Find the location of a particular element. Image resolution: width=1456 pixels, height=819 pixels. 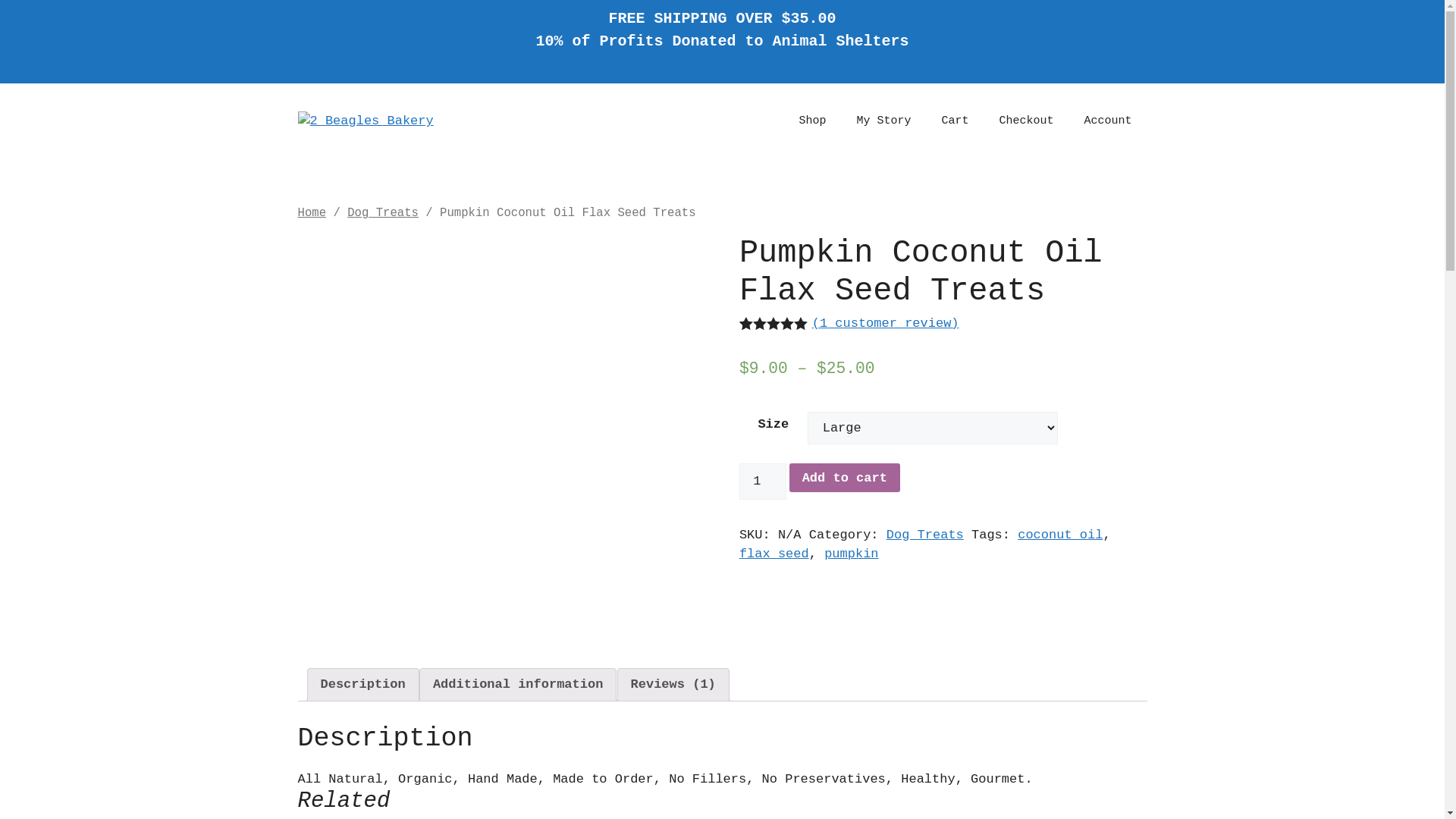

'Reviews (1)' is located at coordinates (673, 685).